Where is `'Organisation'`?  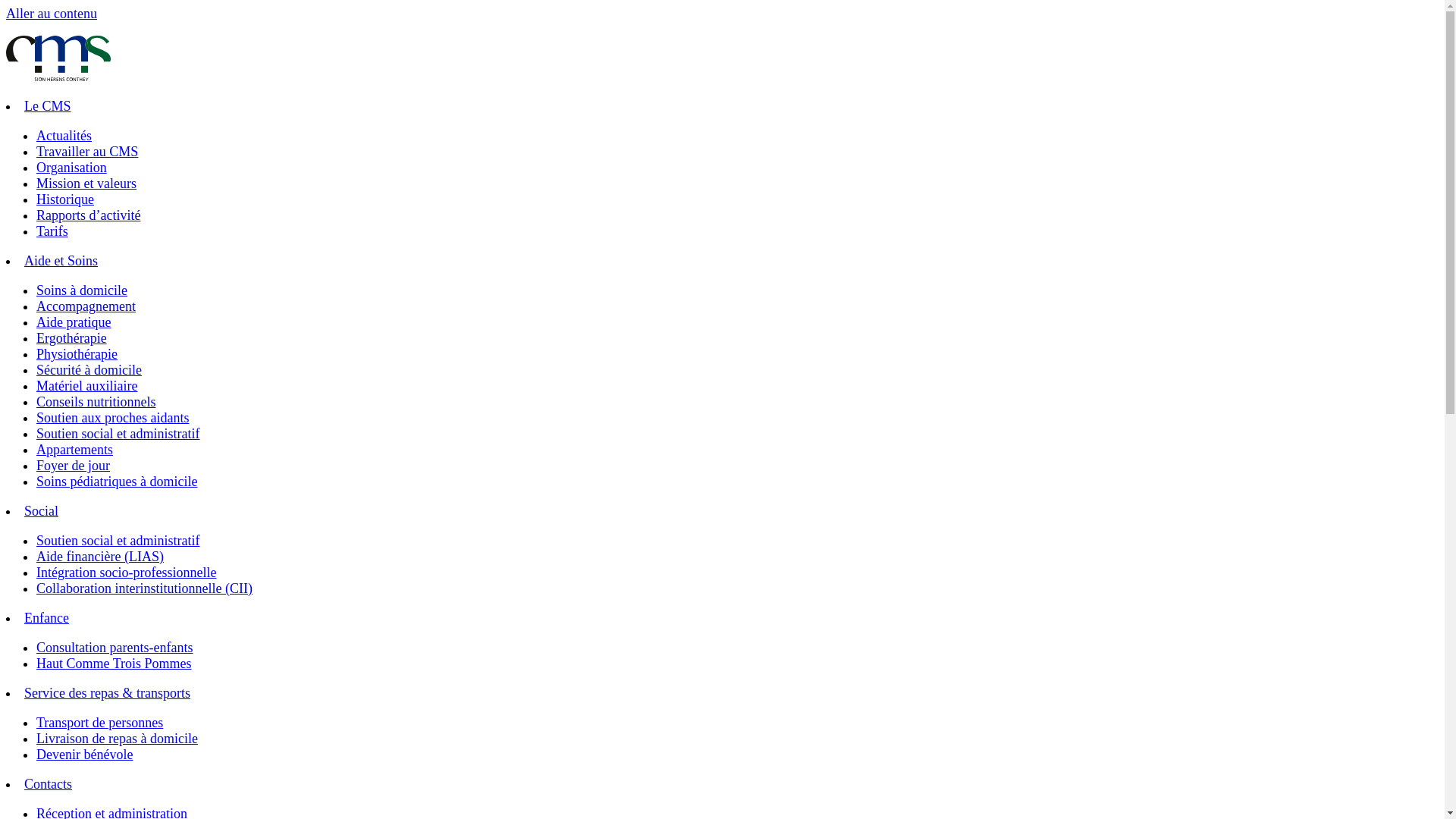 'Organisation' is located at coordinates (71, 167).